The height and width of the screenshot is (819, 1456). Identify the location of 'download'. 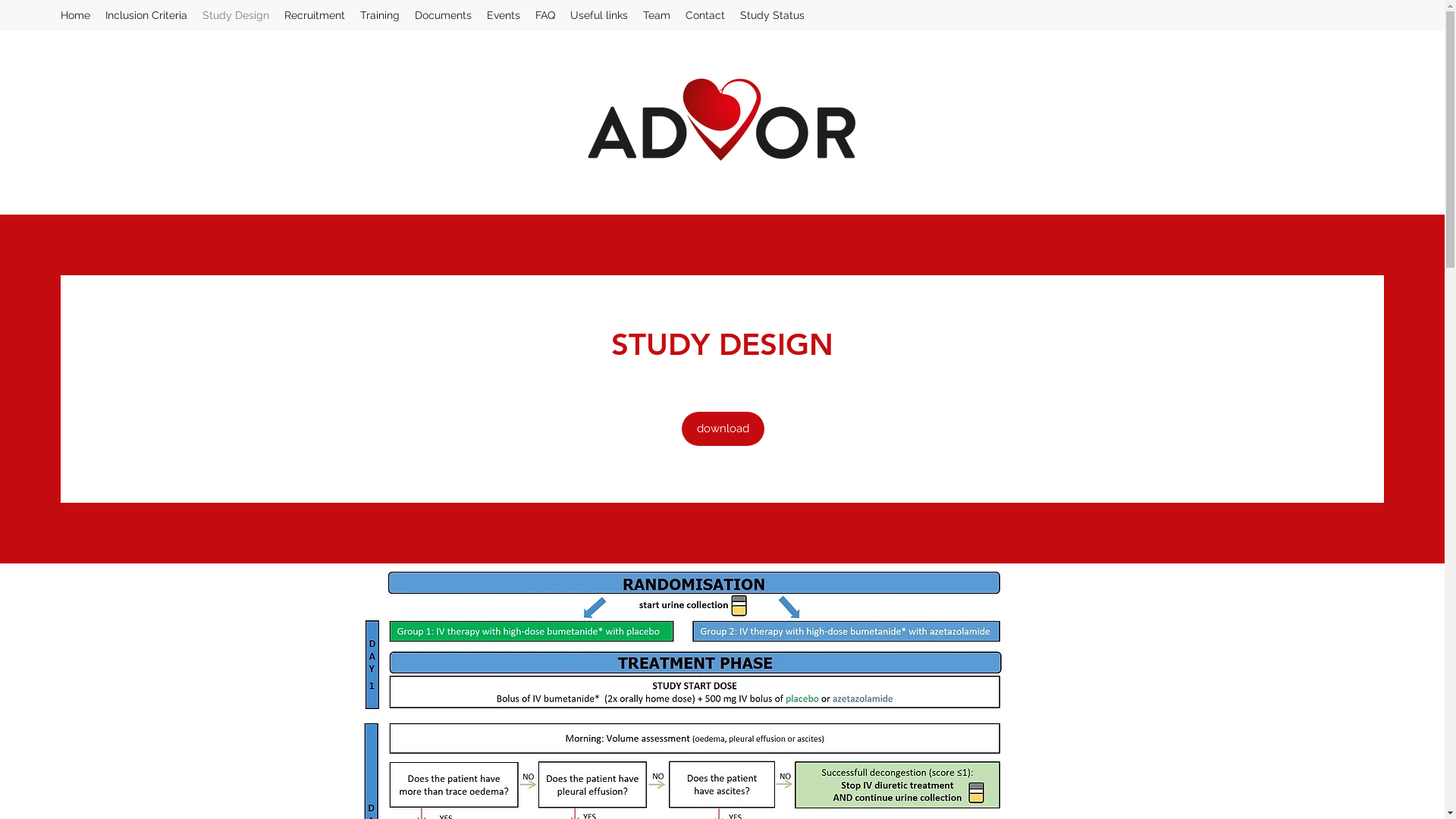
(721, 428).